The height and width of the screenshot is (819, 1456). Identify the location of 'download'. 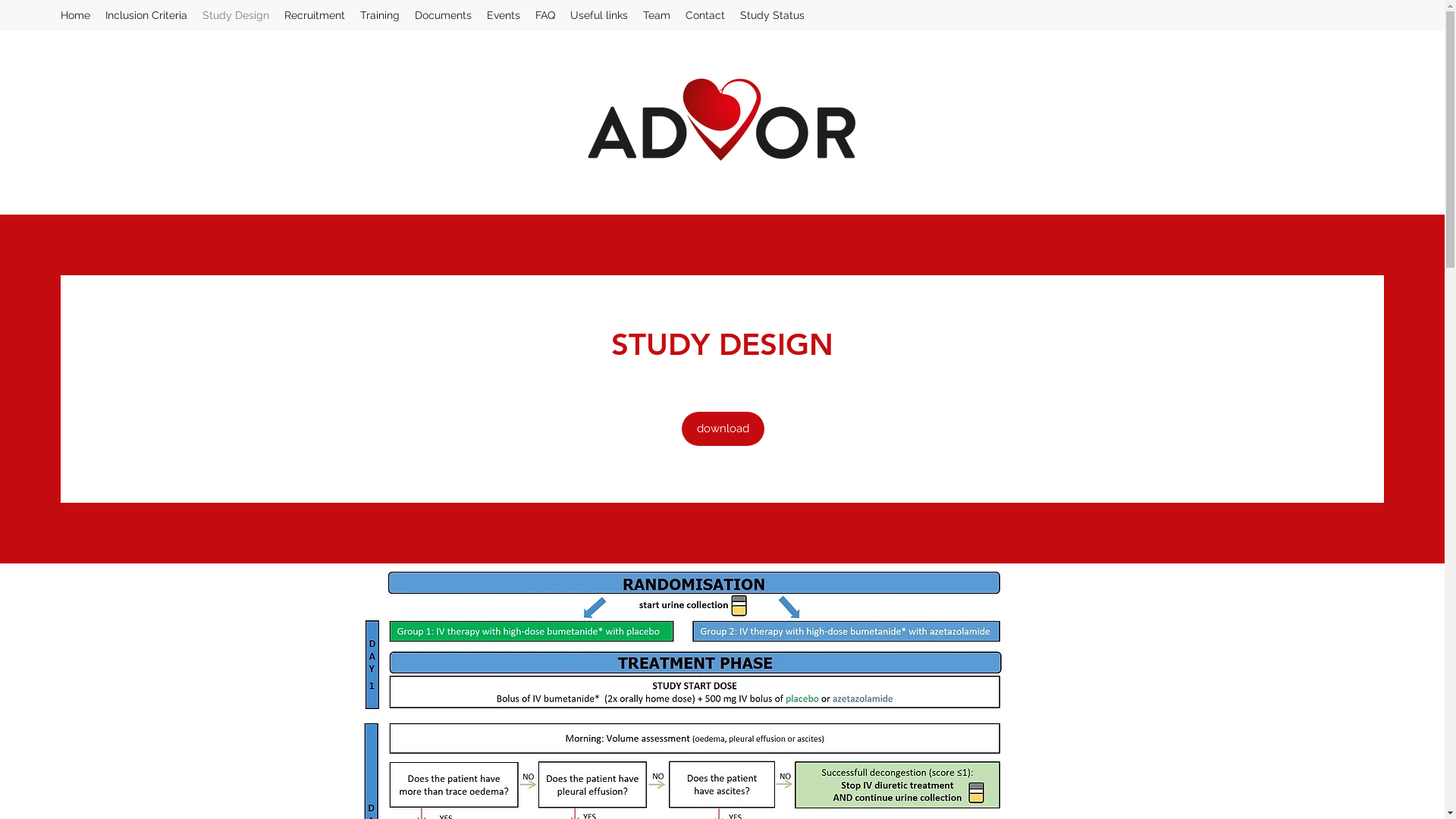
(721, 428).